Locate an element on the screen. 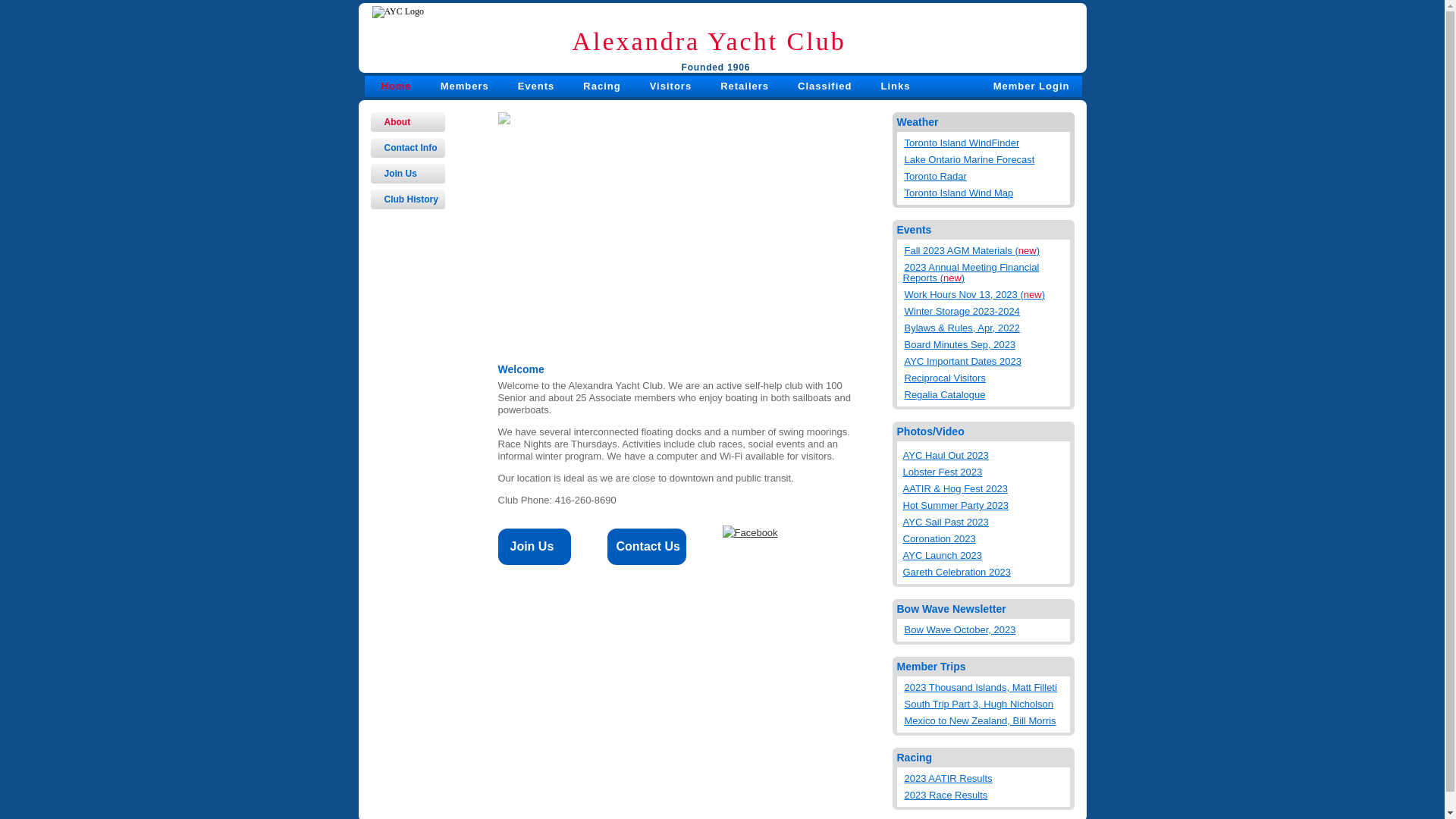 Image resolution: width=1456 pixels, height=819 pixels. 'Join Us' is located at coordinates (407, 172).